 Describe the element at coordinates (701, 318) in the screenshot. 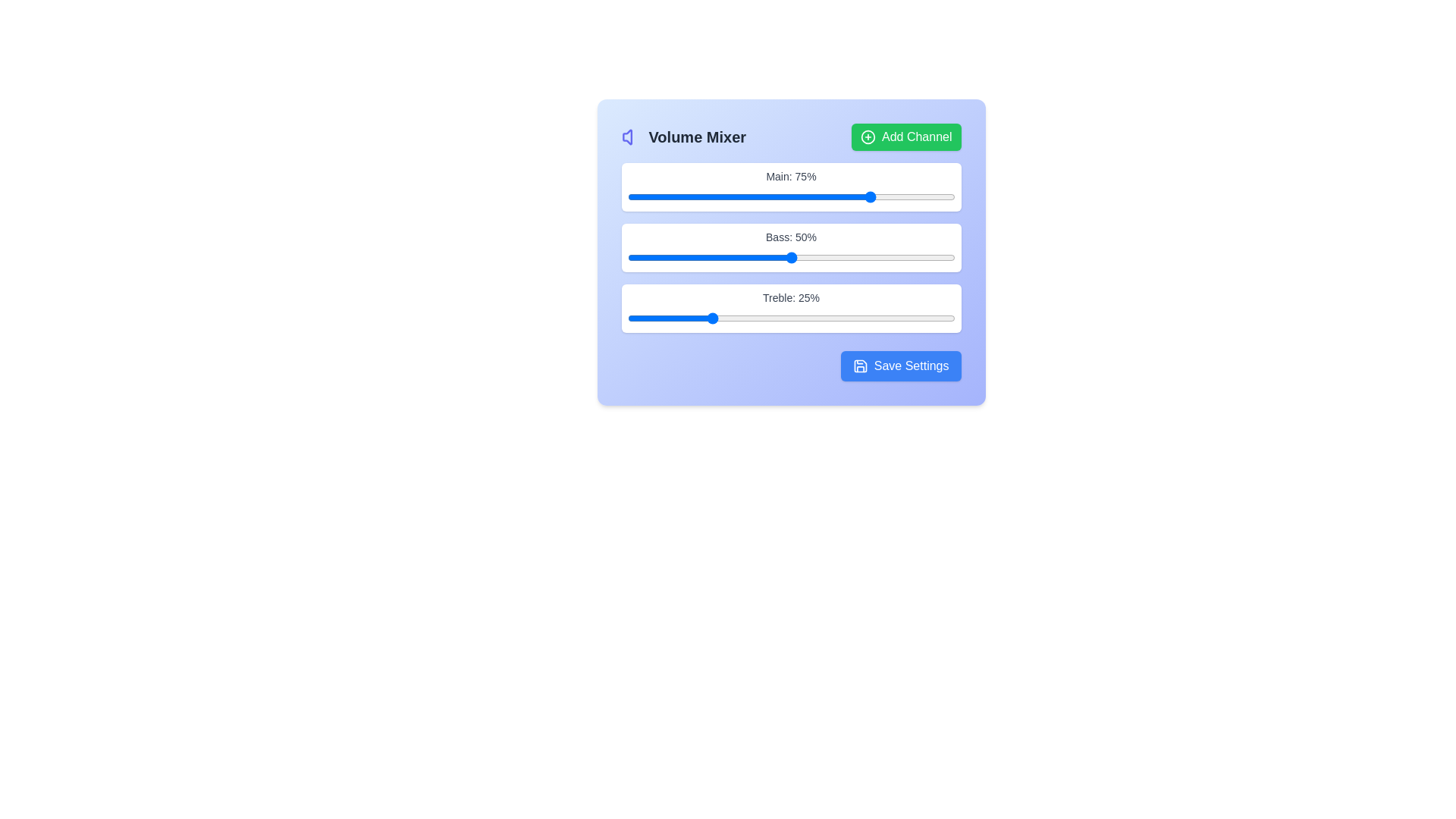

I see `treble` at that location.